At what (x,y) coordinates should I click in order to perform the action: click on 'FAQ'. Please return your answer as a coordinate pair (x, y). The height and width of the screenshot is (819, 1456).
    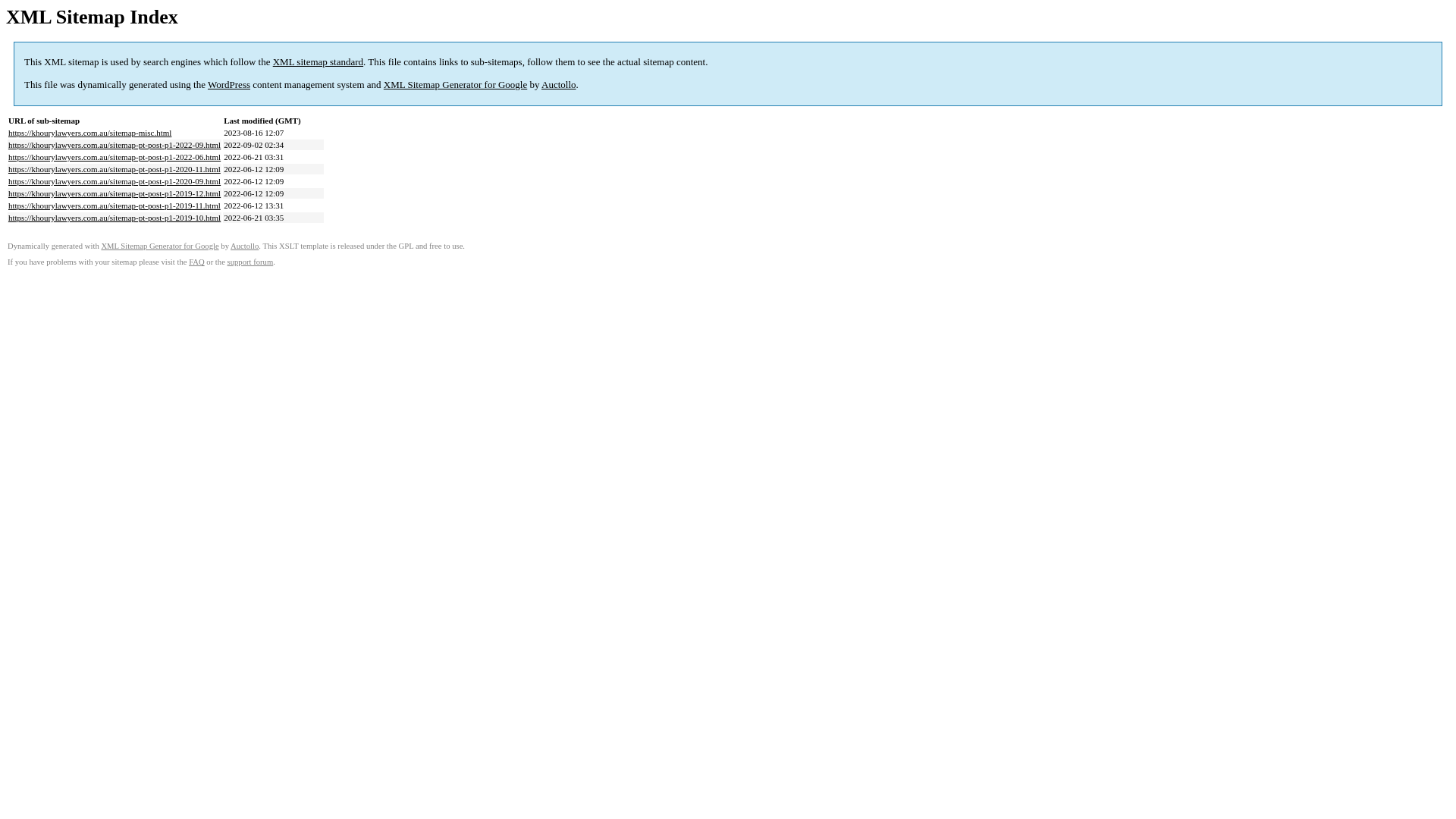
    Looking at the image, I should click on (196, 261).